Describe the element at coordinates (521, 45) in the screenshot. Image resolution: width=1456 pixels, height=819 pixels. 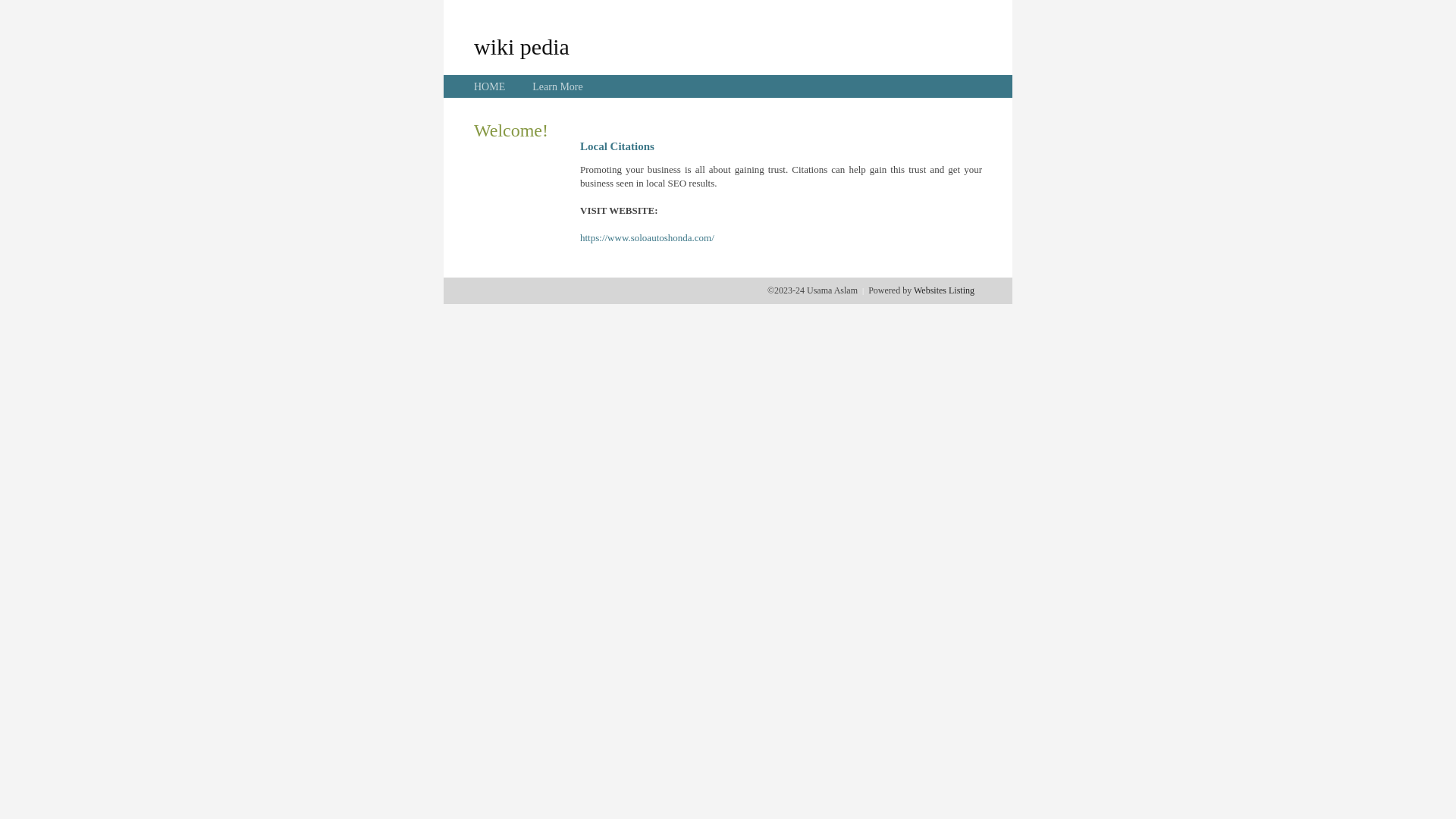
I see `'wiki pedia'` at that location.